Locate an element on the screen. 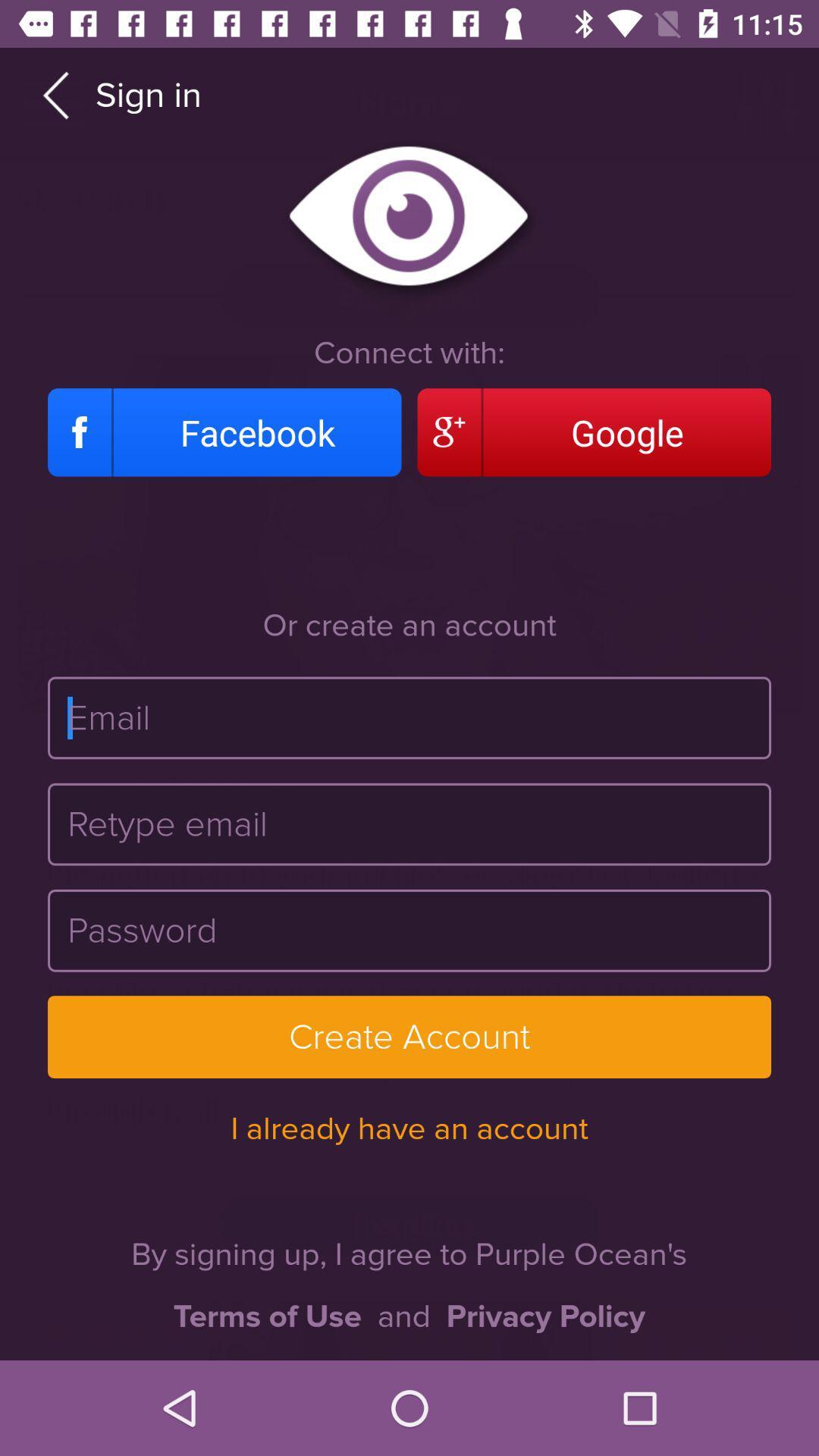 The height and width of the screenshot is (1456, 819). the password is located at coordinates (409, 930).